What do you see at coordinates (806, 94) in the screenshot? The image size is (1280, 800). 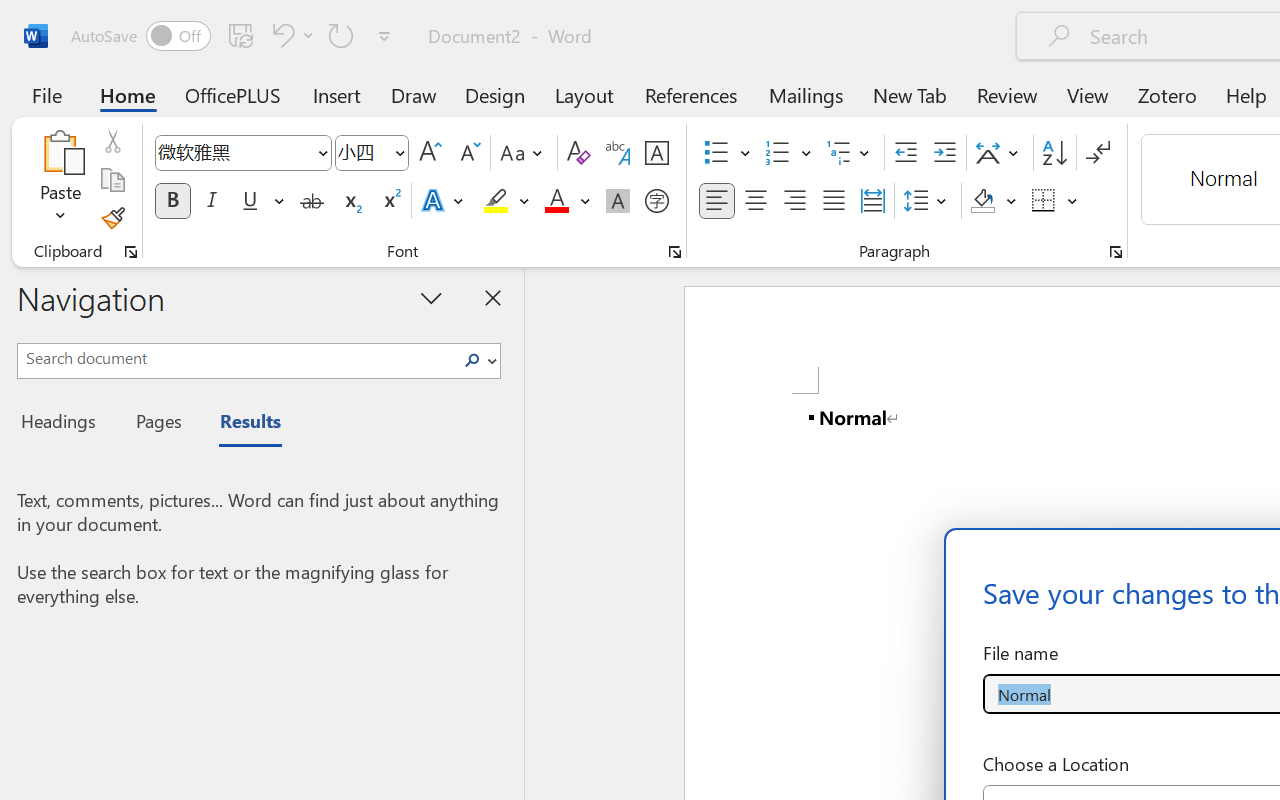 I see `'Mailings'` at bounding box center [806, 94].